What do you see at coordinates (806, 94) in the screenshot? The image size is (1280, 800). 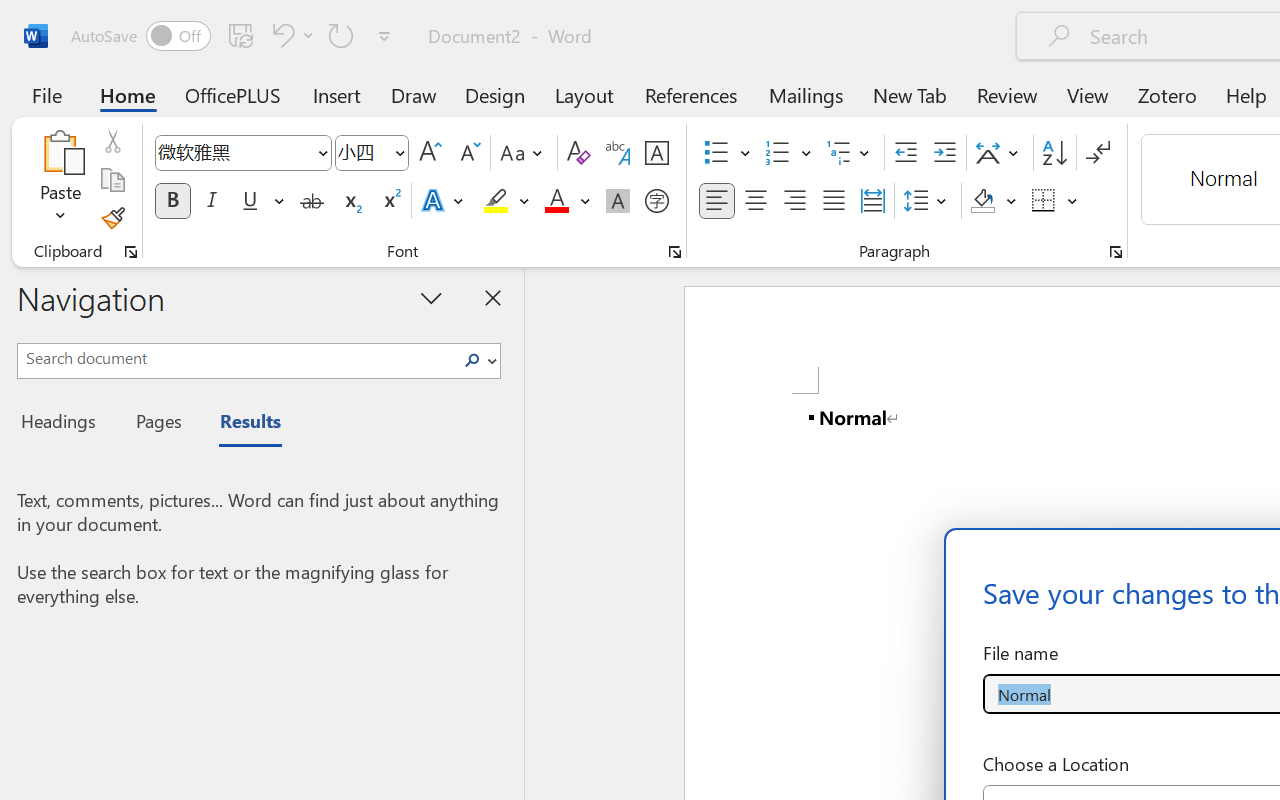 I see `'Mailings'` at bounding box center [806, 94].